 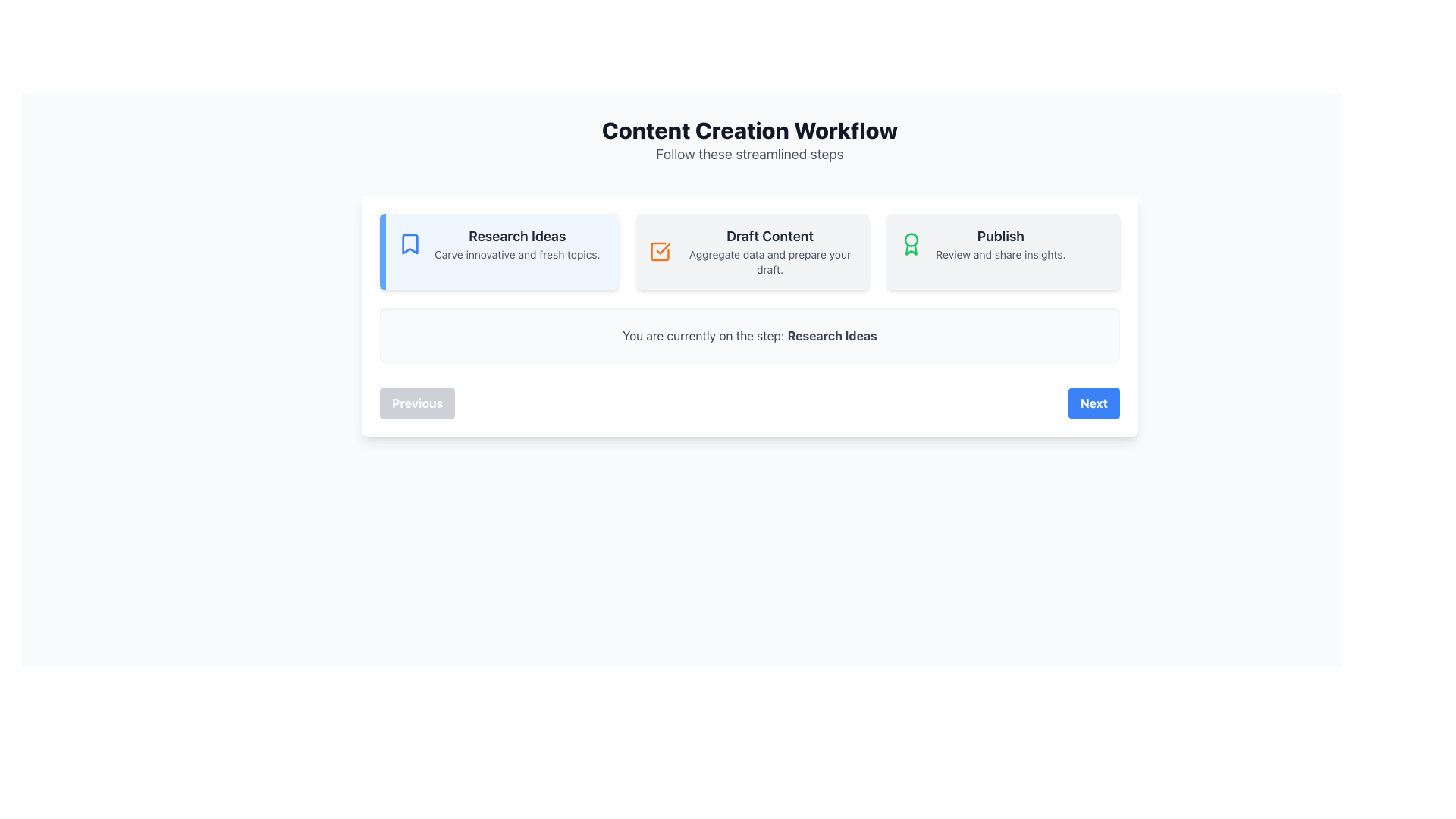 What do you see at coordinates (753, 250) in the screenshot?
I see `the middle card in the workflow` at bounding box center [753, 250].